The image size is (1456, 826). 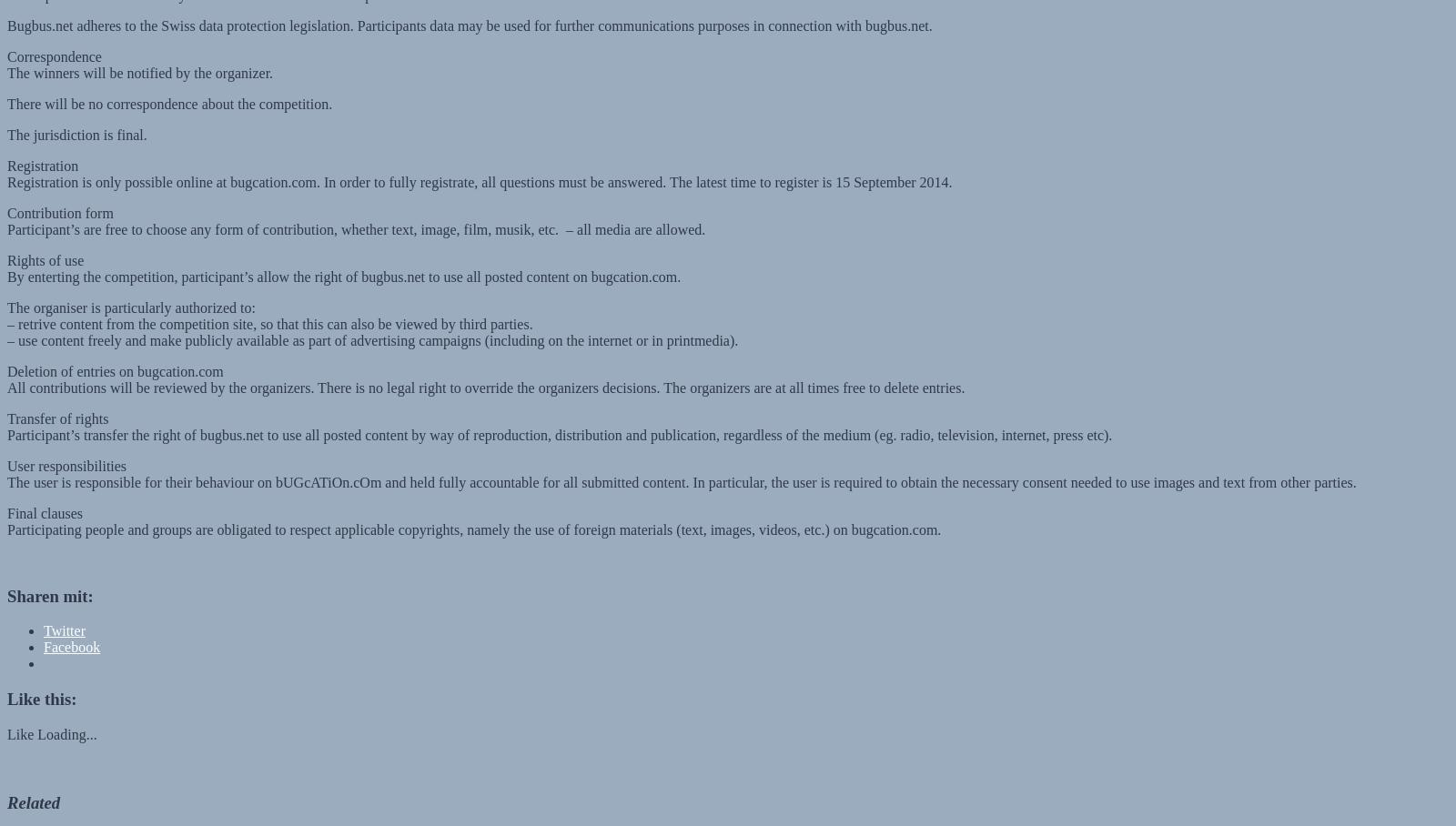 What do you see at coordinates (44, 495) in the screenshot?
I see `'Final clauses'` at bounding box center [44, 495].